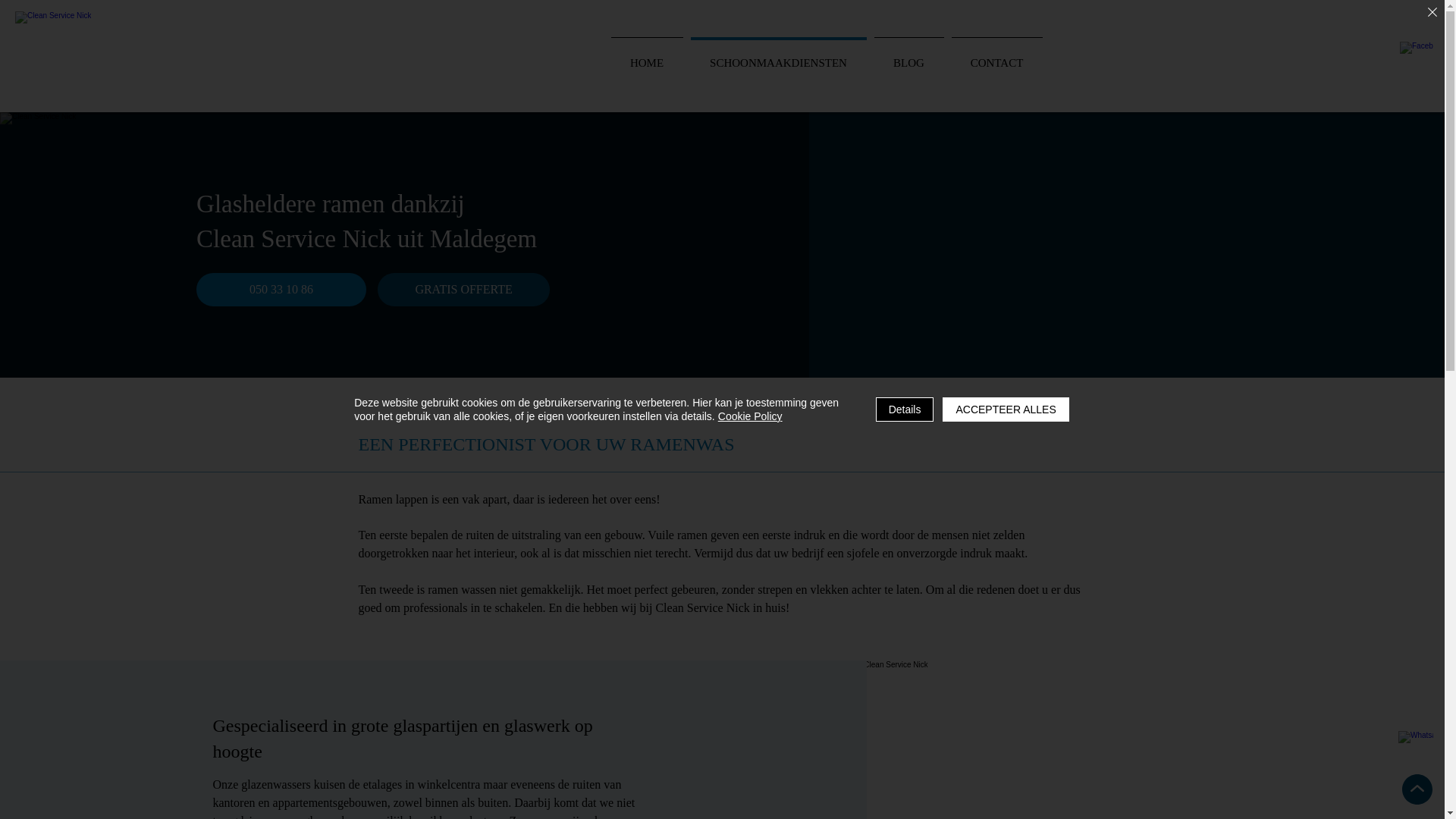  I want to click on '050 33 10 86', so click(281, 289).